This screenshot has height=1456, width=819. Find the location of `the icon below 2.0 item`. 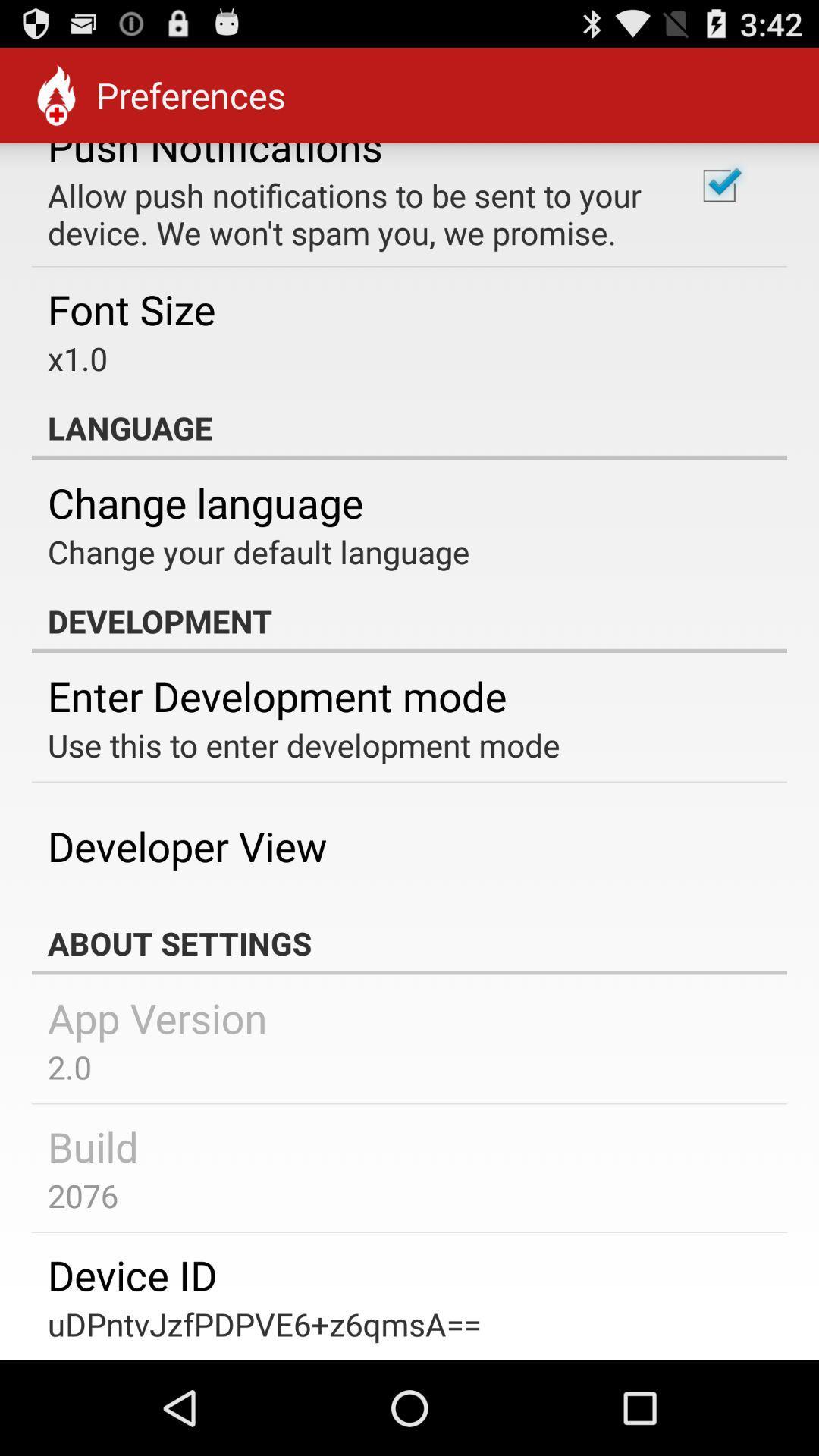

the icon below 2.0 item is located at coordinates (93, 1146).